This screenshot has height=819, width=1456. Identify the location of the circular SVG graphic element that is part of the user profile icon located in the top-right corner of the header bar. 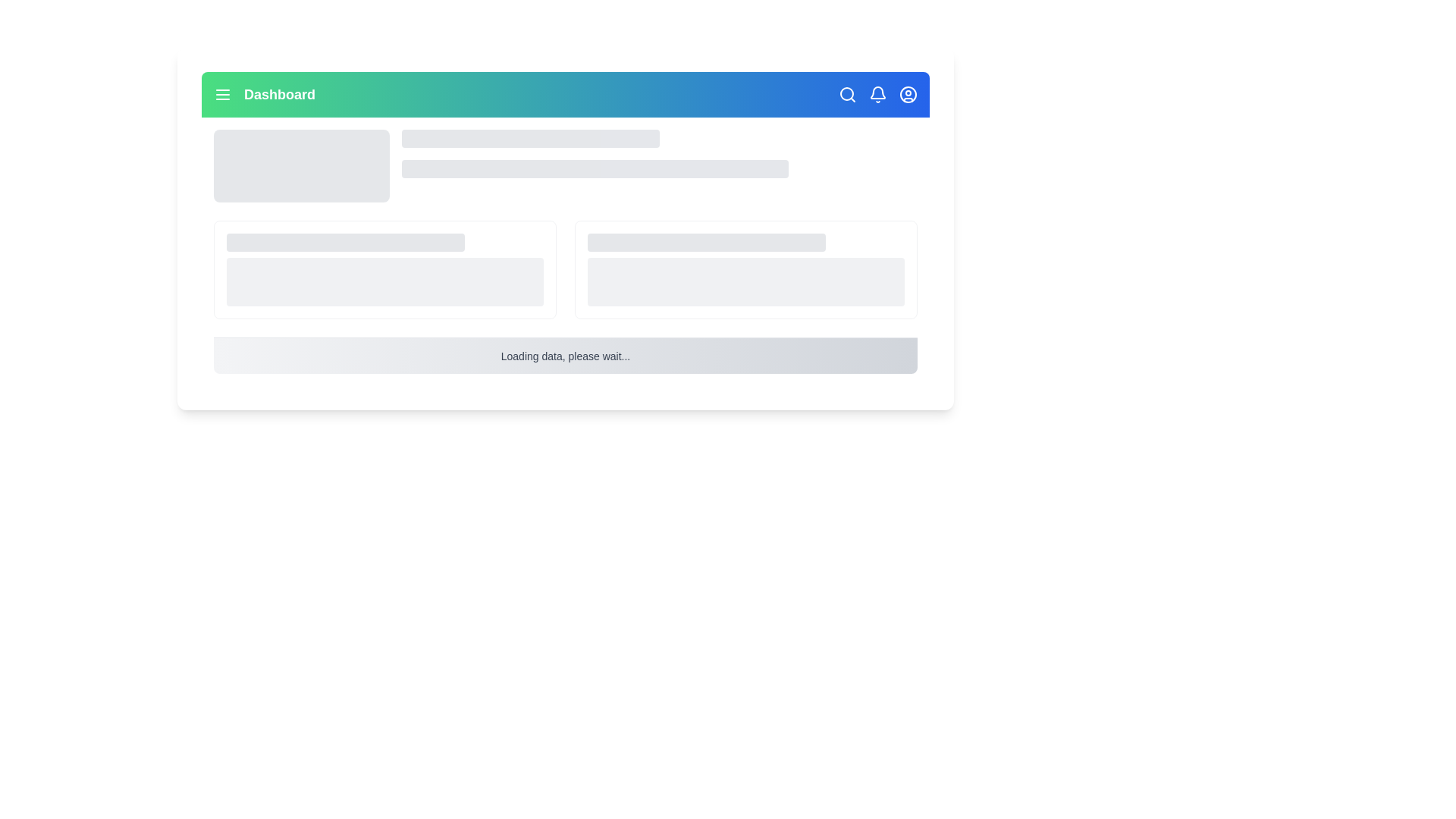
(908, 94).